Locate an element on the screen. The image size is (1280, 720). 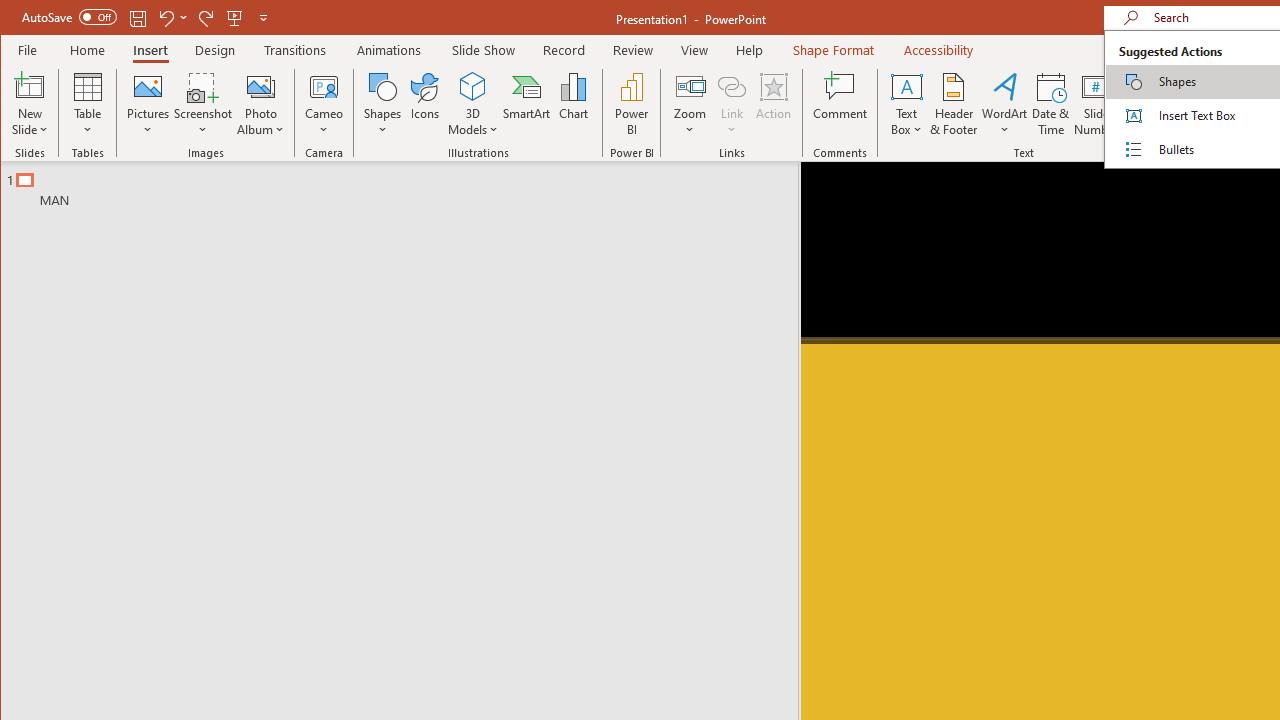
'Link' is located at coordinates (730, 104).